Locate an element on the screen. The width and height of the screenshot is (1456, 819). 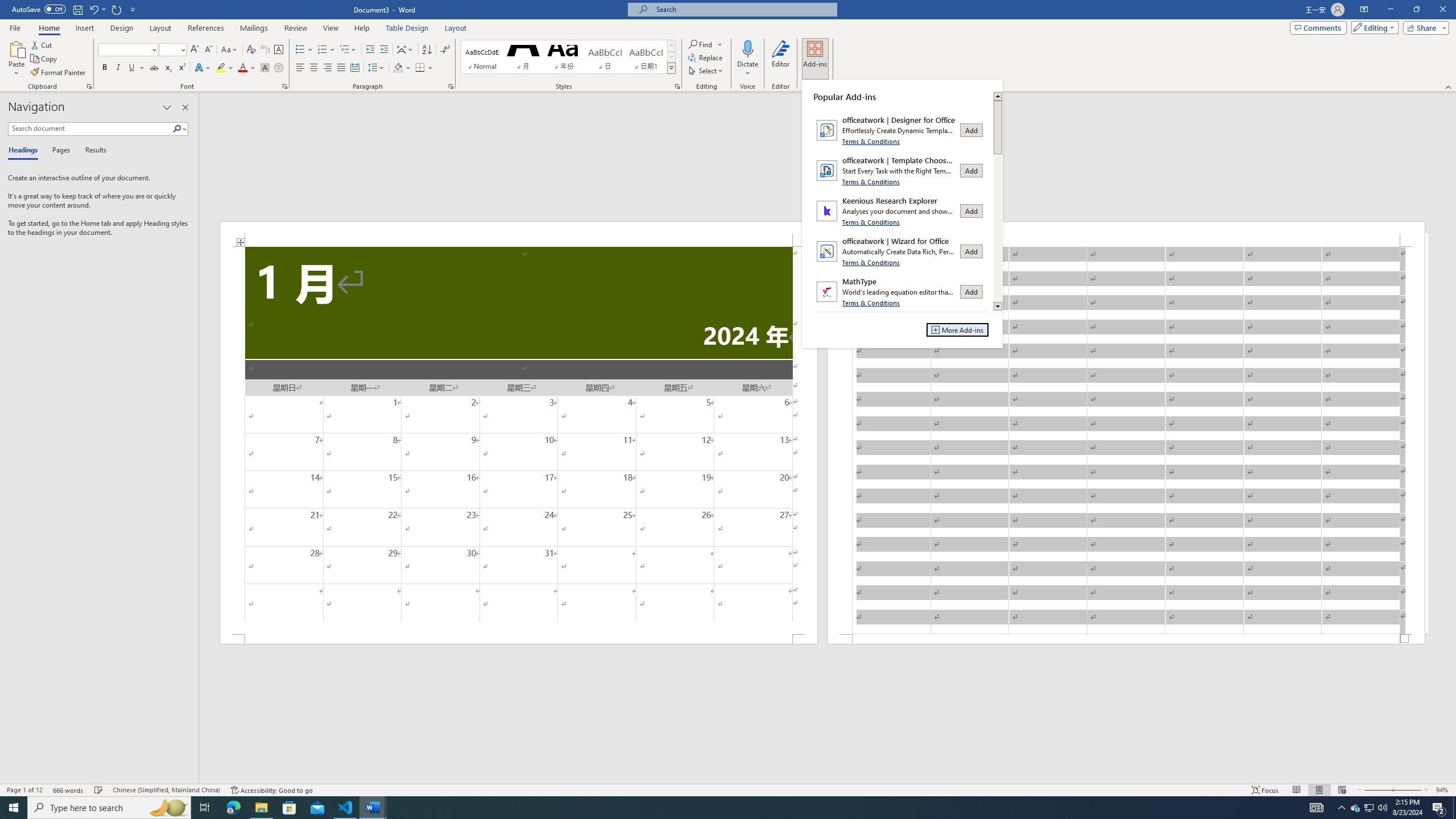
'Line up' is located at coordinates (997, 96).